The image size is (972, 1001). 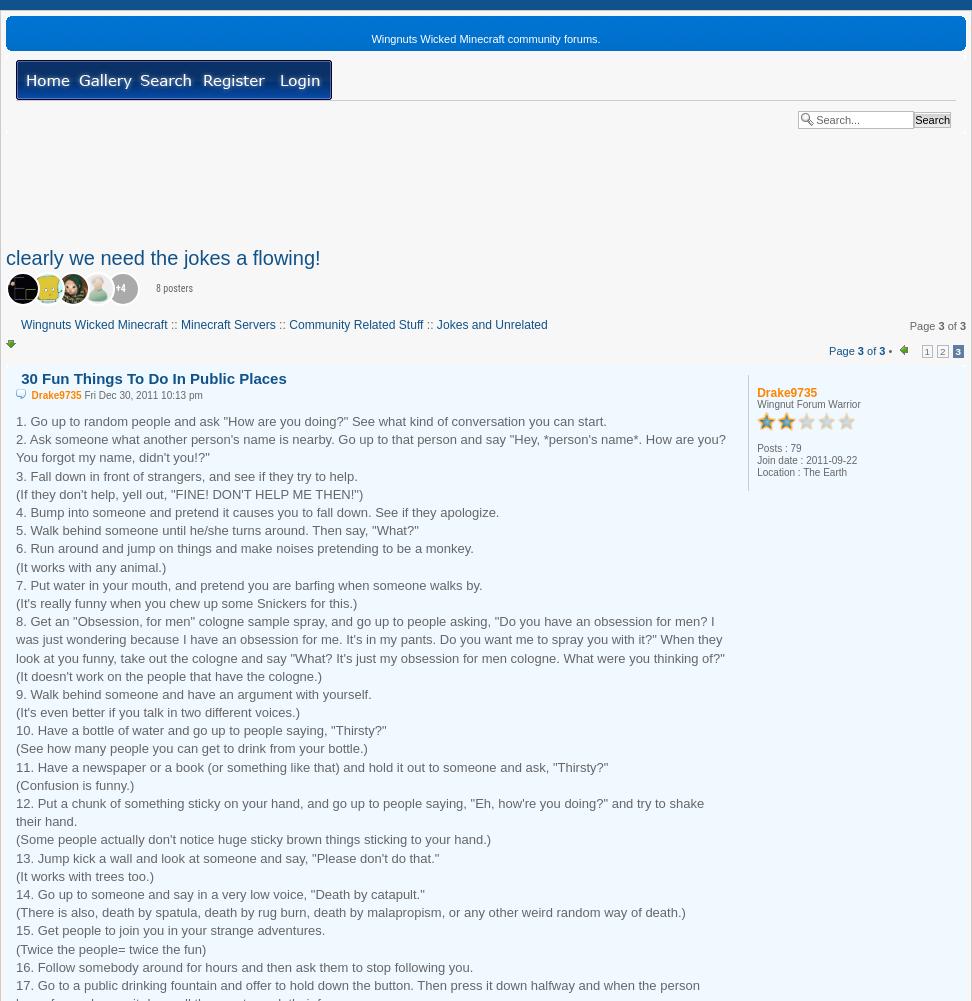 I want to click on '(It works with trees too.)', so click(x=16, y=875).